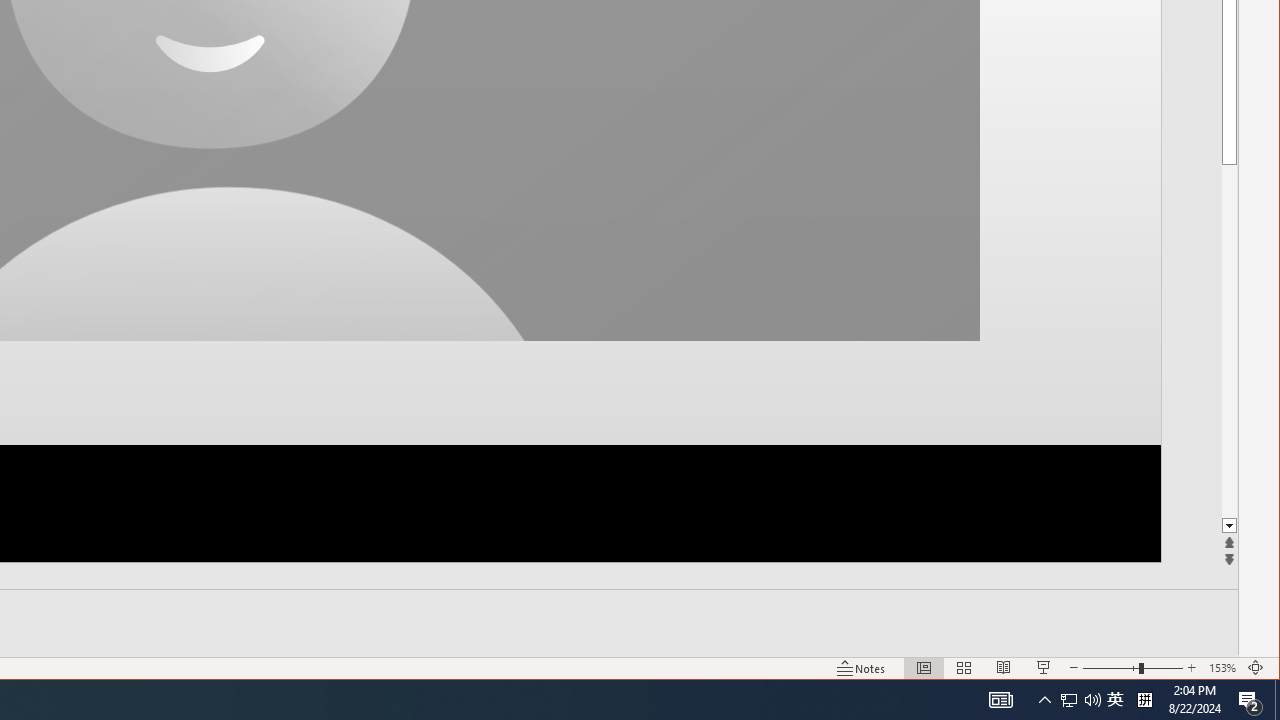  What do you see at coordinates (1221, 668) in the screenshot?
I see `'Zoom 153%'` at bounding box center [1221, 668].